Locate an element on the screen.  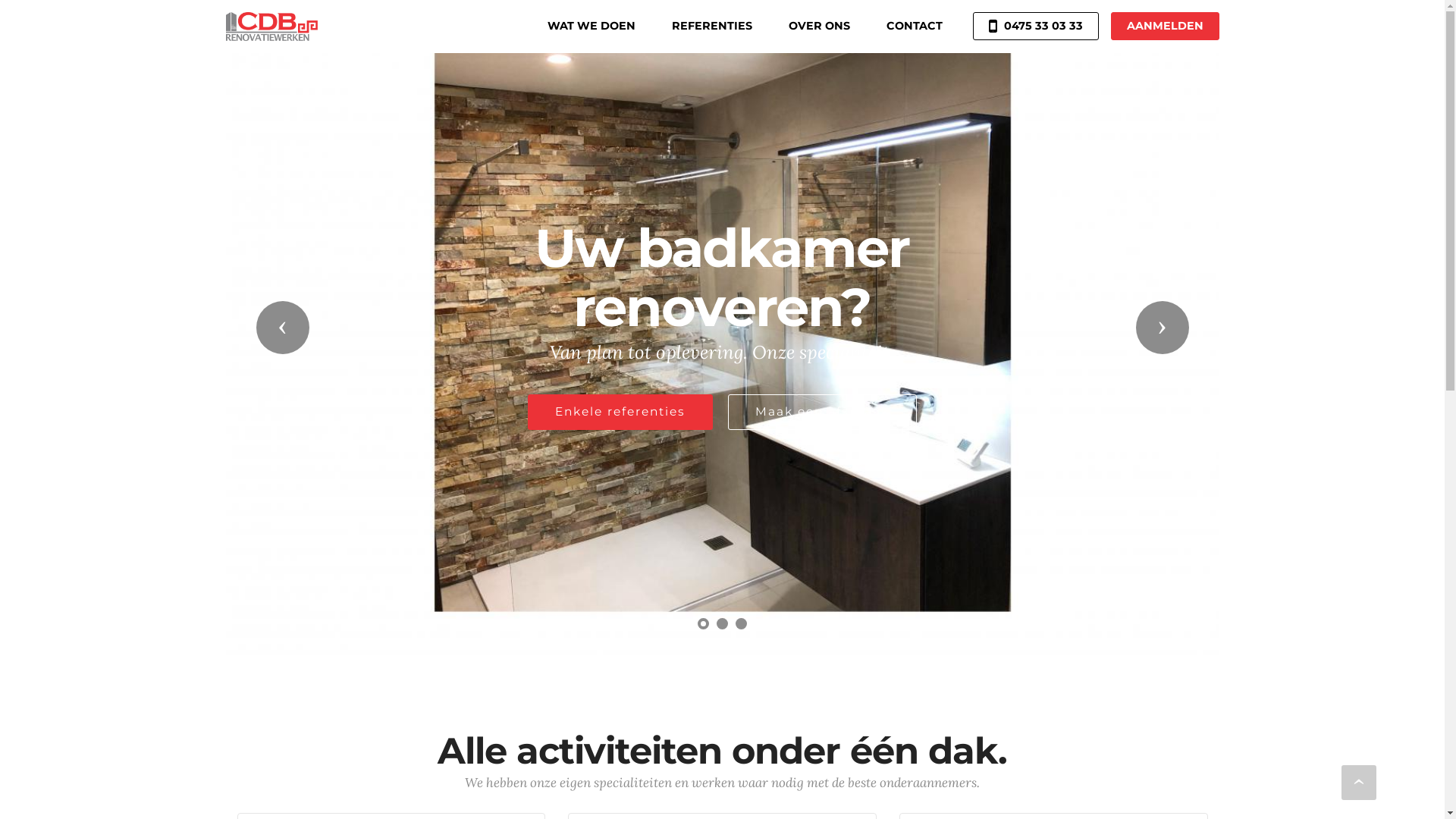
'REFERENTIES' is located at coordinates (711, 26).